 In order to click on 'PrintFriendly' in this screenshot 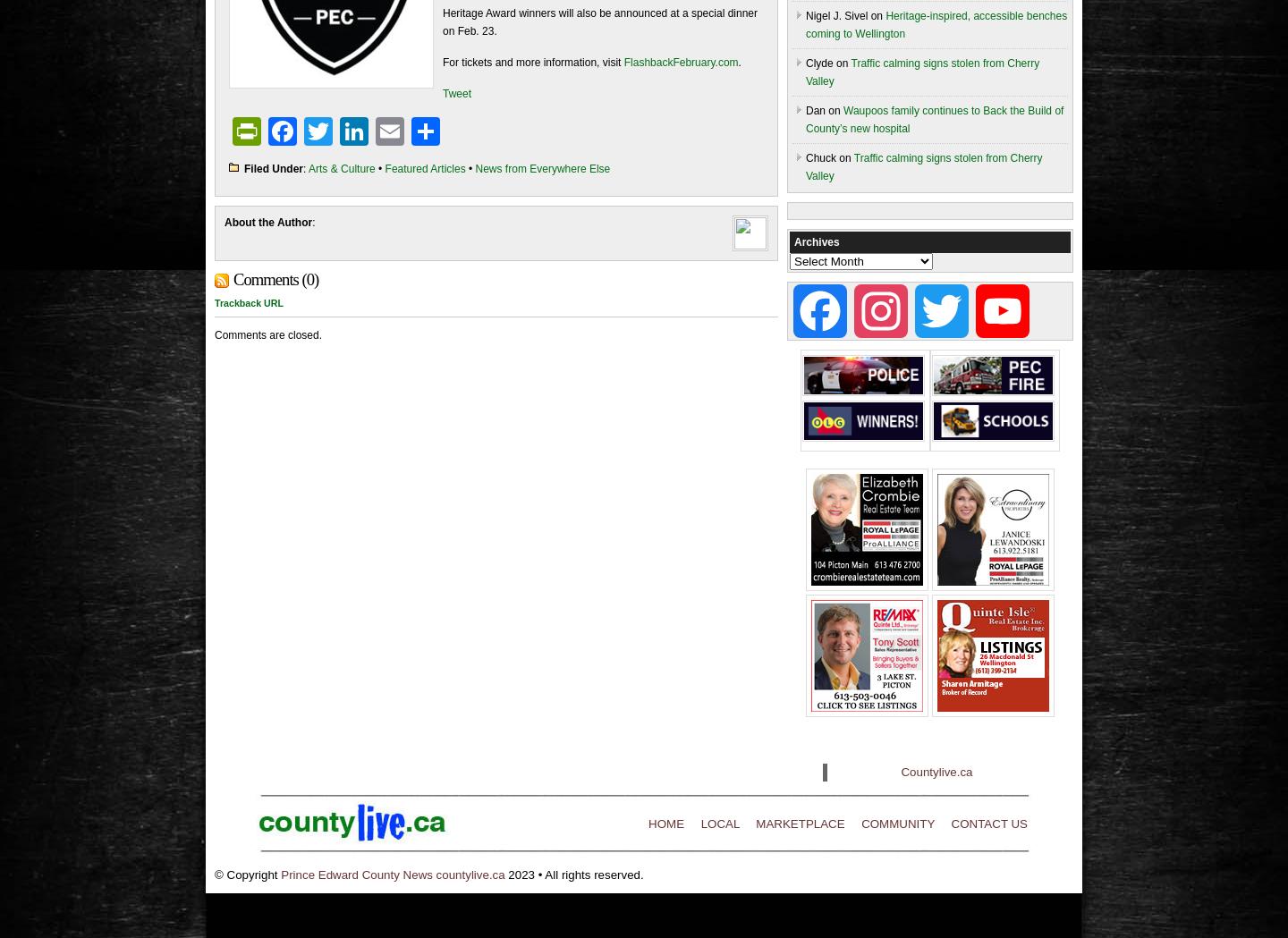, I will do `click(340, 131)`.